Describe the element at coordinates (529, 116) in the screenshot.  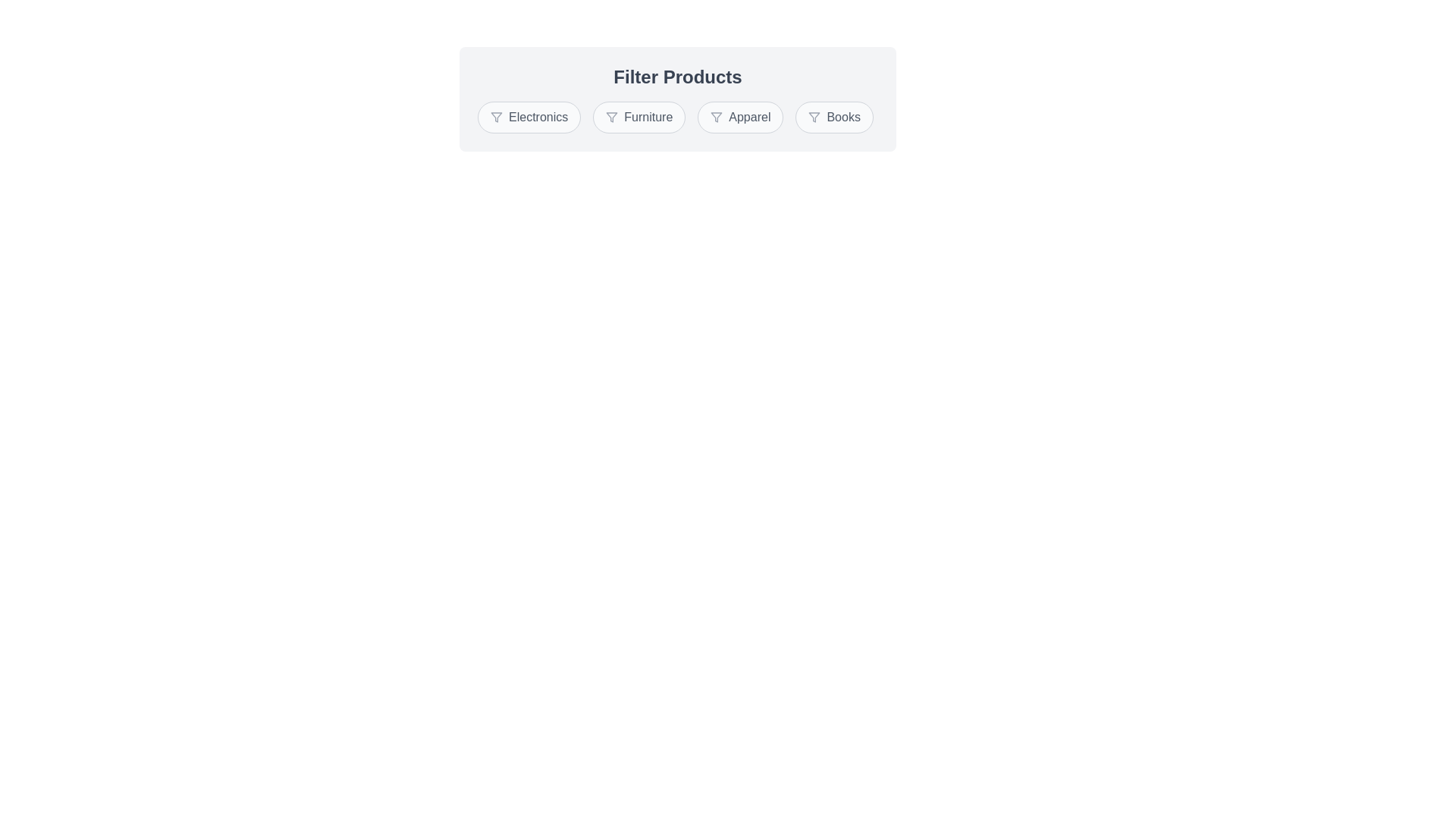
I see `the chip corresponding to the category Electronics` at that location.